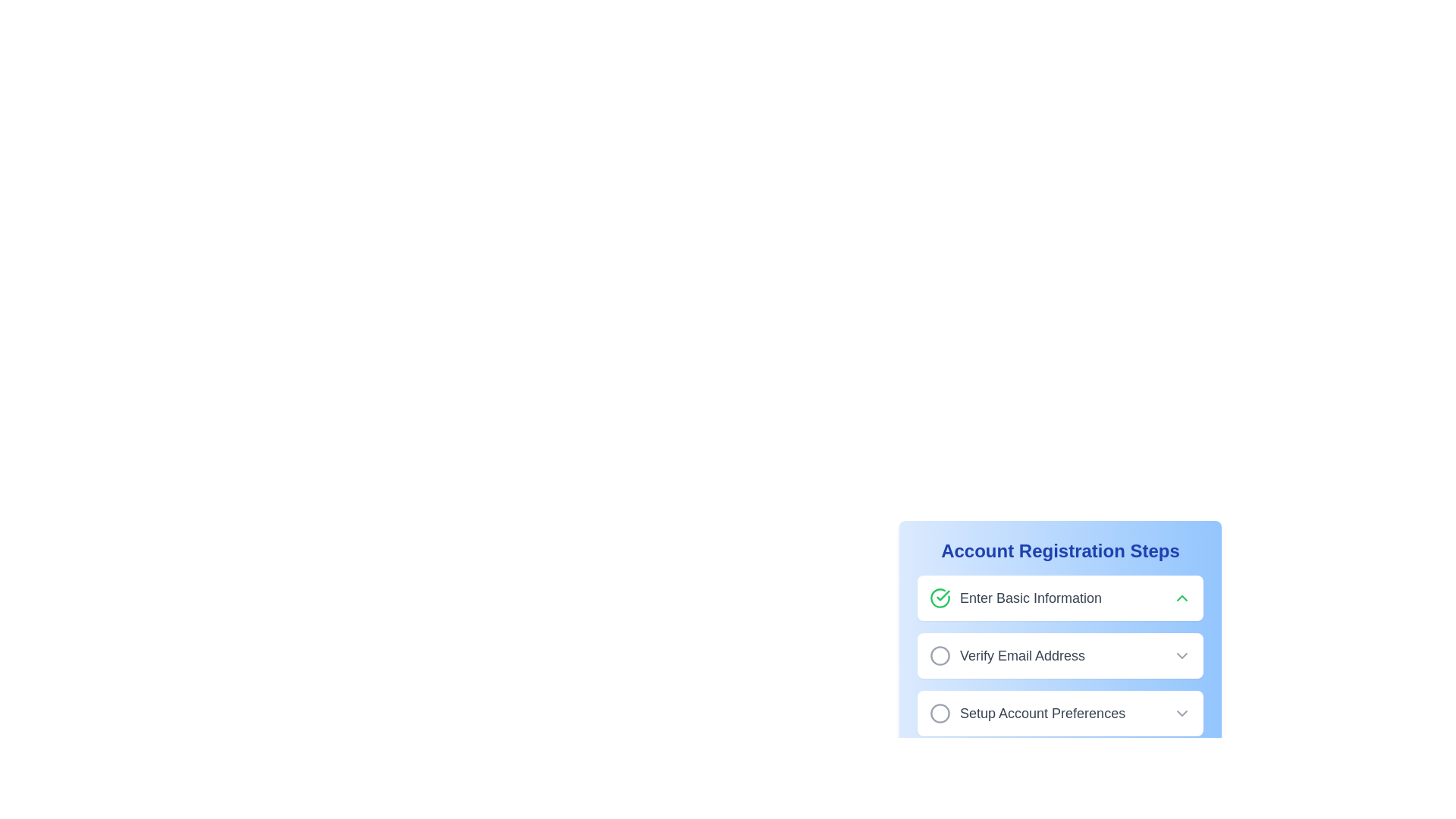  Describe the element at coordinates (939, 714) in the screenshot. I see `the 'Setup Account Preferences' icon` at that location.